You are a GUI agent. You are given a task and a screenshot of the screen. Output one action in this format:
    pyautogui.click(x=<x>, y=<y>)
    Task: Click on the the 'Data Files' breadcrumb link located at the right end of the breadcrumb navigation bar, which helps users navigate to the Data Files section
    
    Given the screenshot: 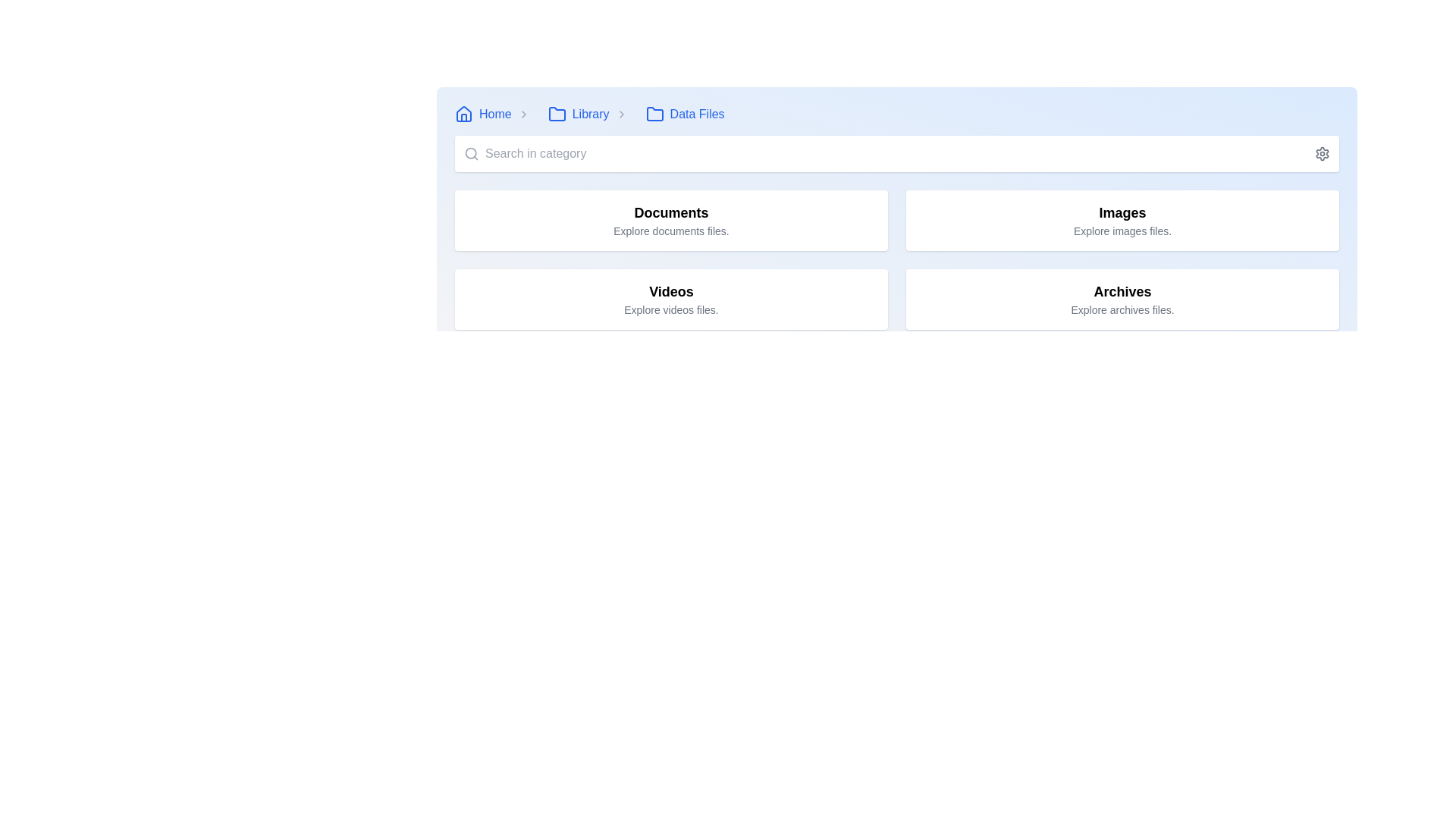 What is the action you would take?
    pyautogui.click(x=696, y=113)
    